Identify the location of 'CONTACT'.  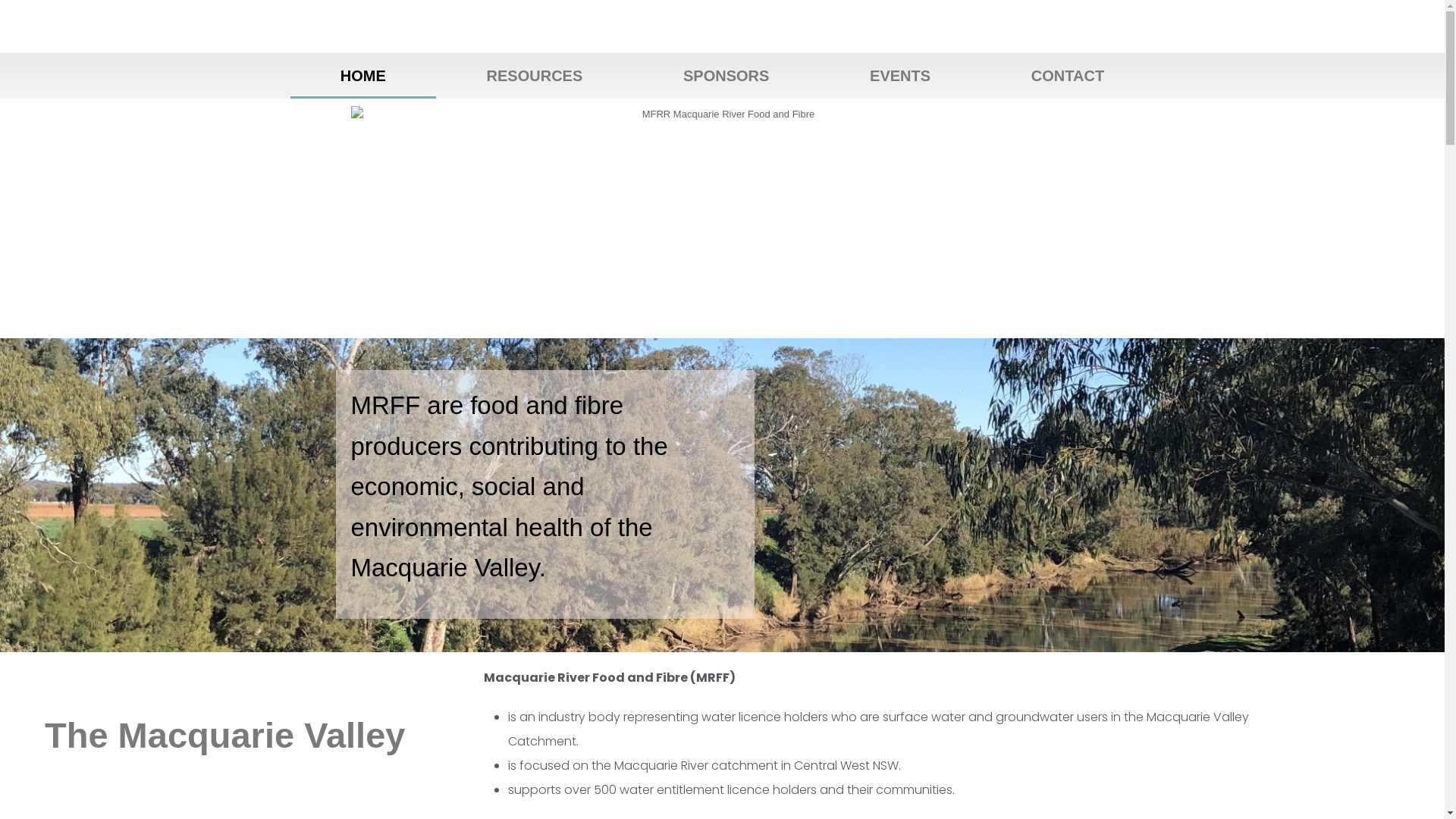
(1066, 76).